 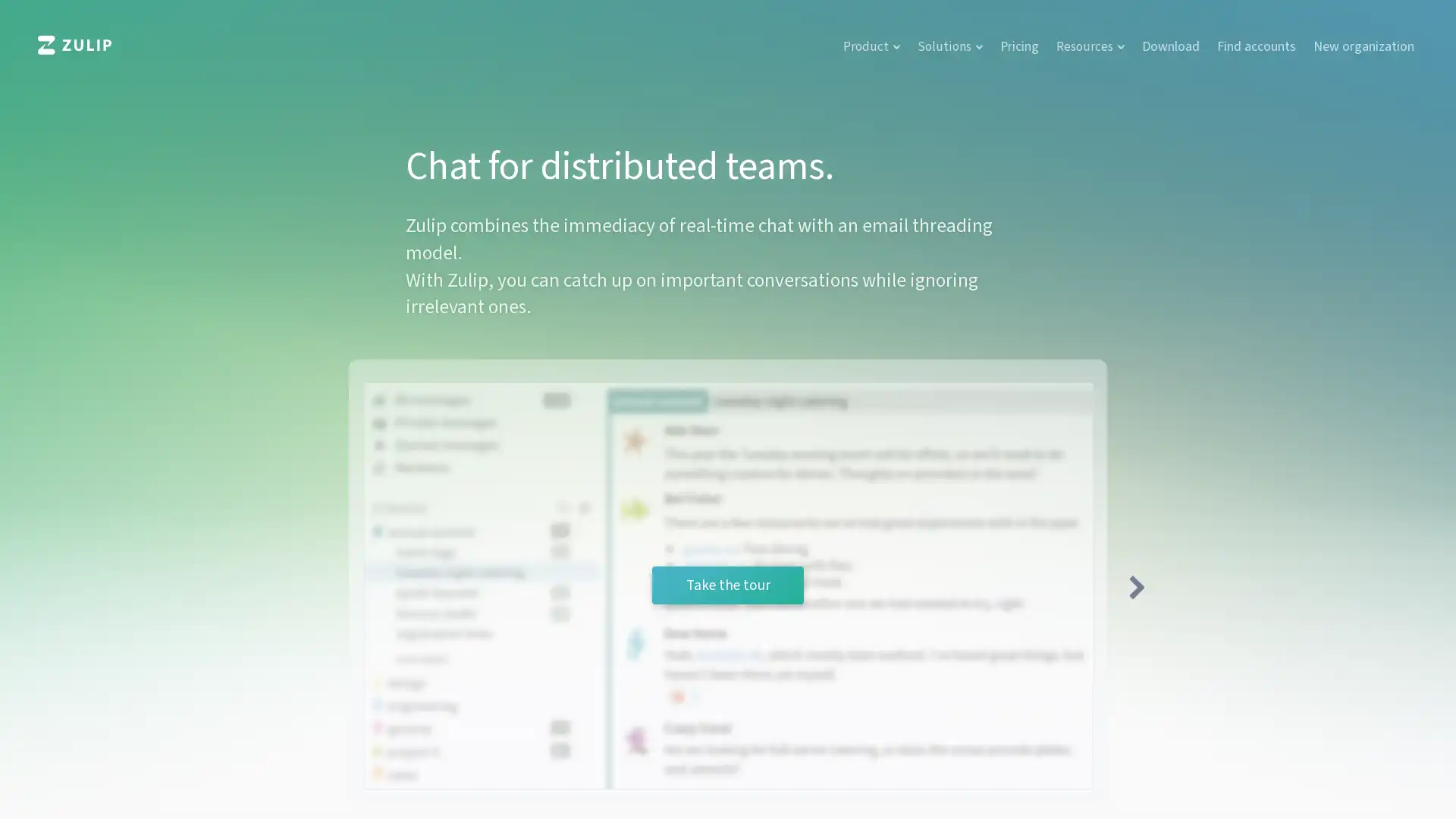 I want to click on Take the tour, so click(x=728, y=584).